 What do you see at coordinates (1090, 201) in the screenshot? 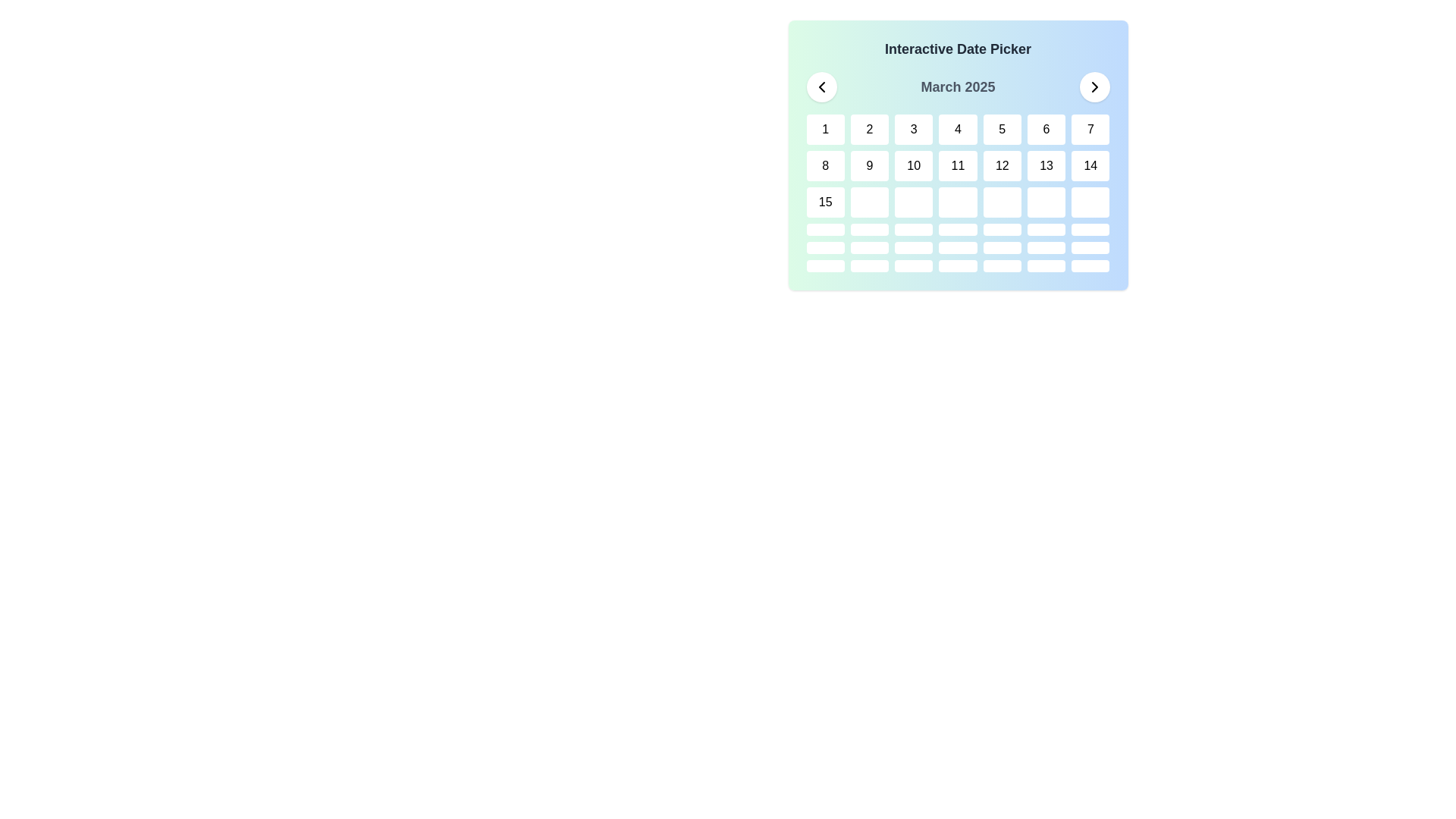
I see `the day selection button located in the bottom-right section of the date picker grid, specifically in the seventh column of the fourth row` at bounding box center [1090, 201].